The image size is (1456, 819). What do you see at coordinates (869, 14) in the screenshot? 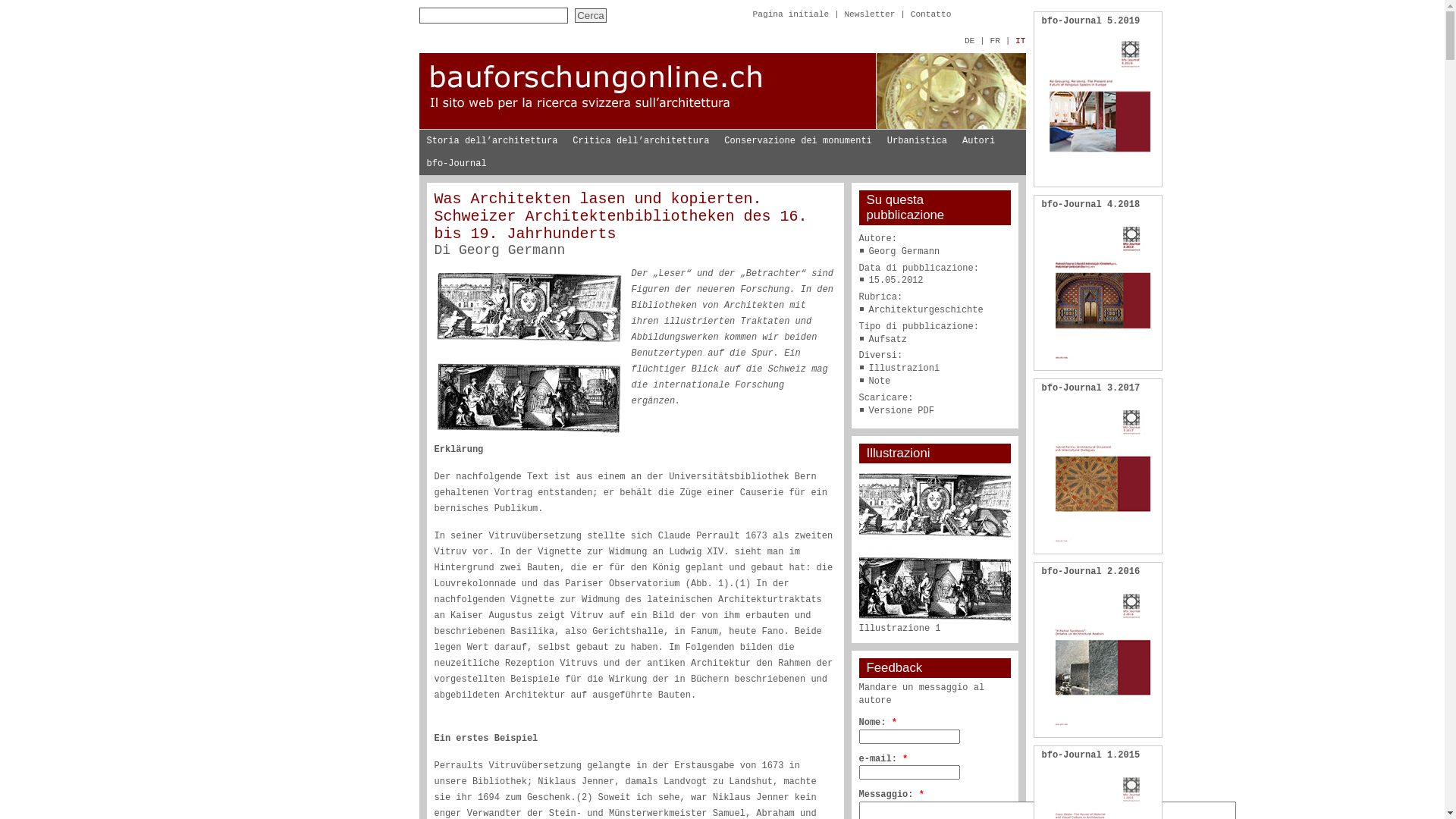
I see `'Newsletter'` at bounding box center [869, 14].